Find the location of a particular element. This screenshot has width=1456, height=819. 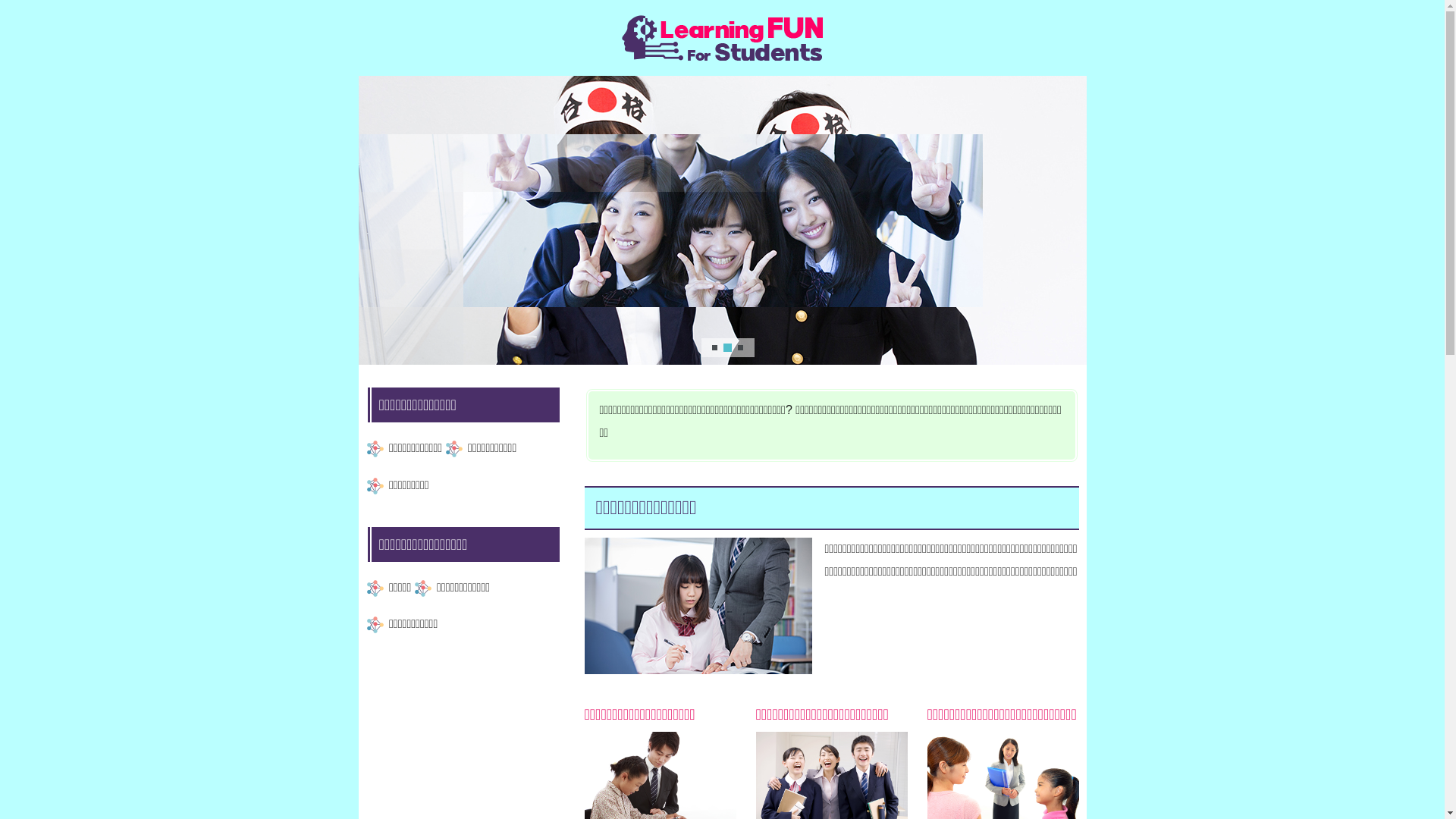

'1' is located at coordinates (714, 347).